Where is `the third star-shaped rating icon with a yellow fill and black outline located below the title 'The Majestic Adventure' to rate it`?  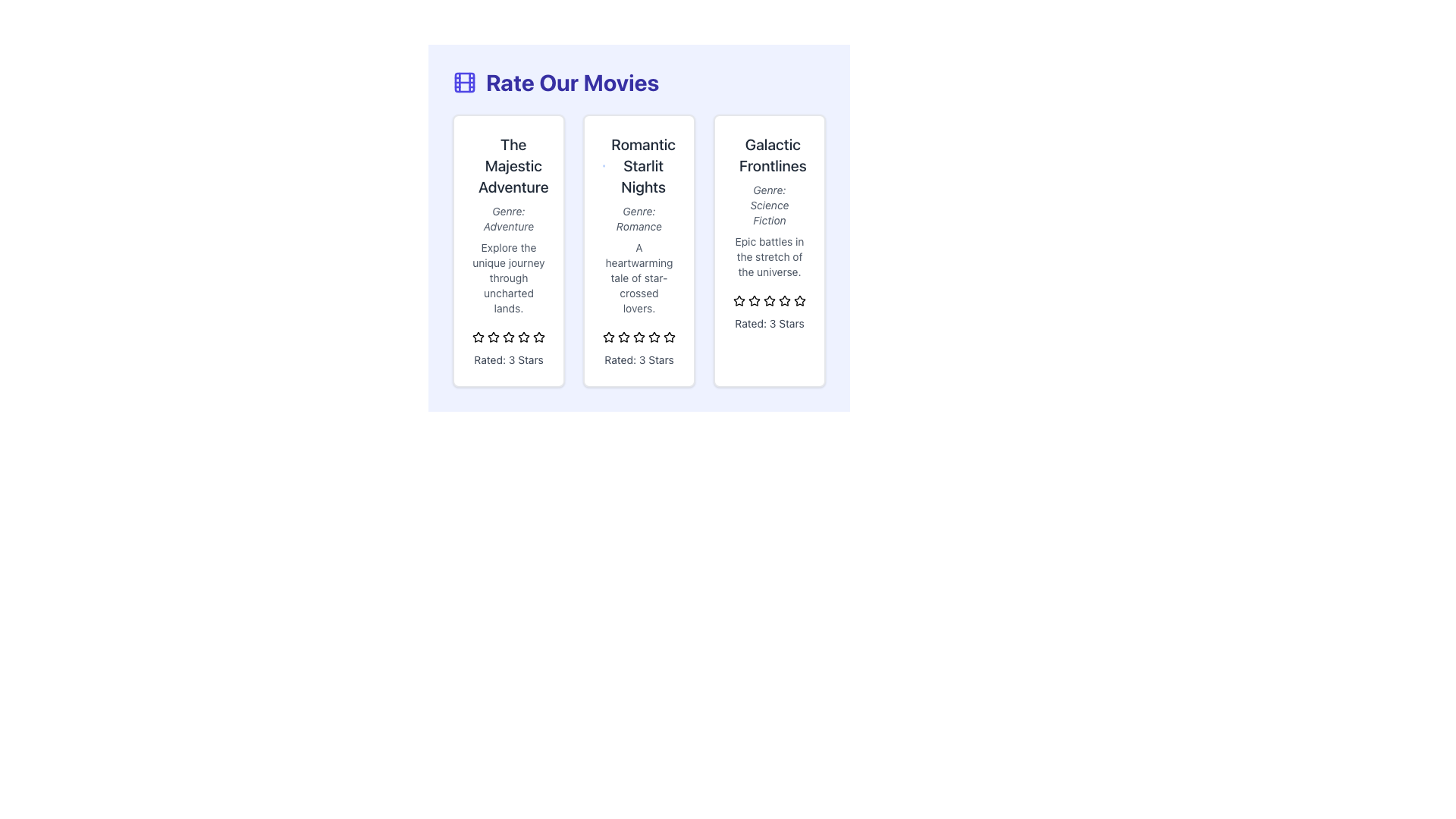
the third star-shaped rating icon with a yellow fill and black outline located below the title 'The Majestic Adventure' to rate it is located at coordinates (494, 336).